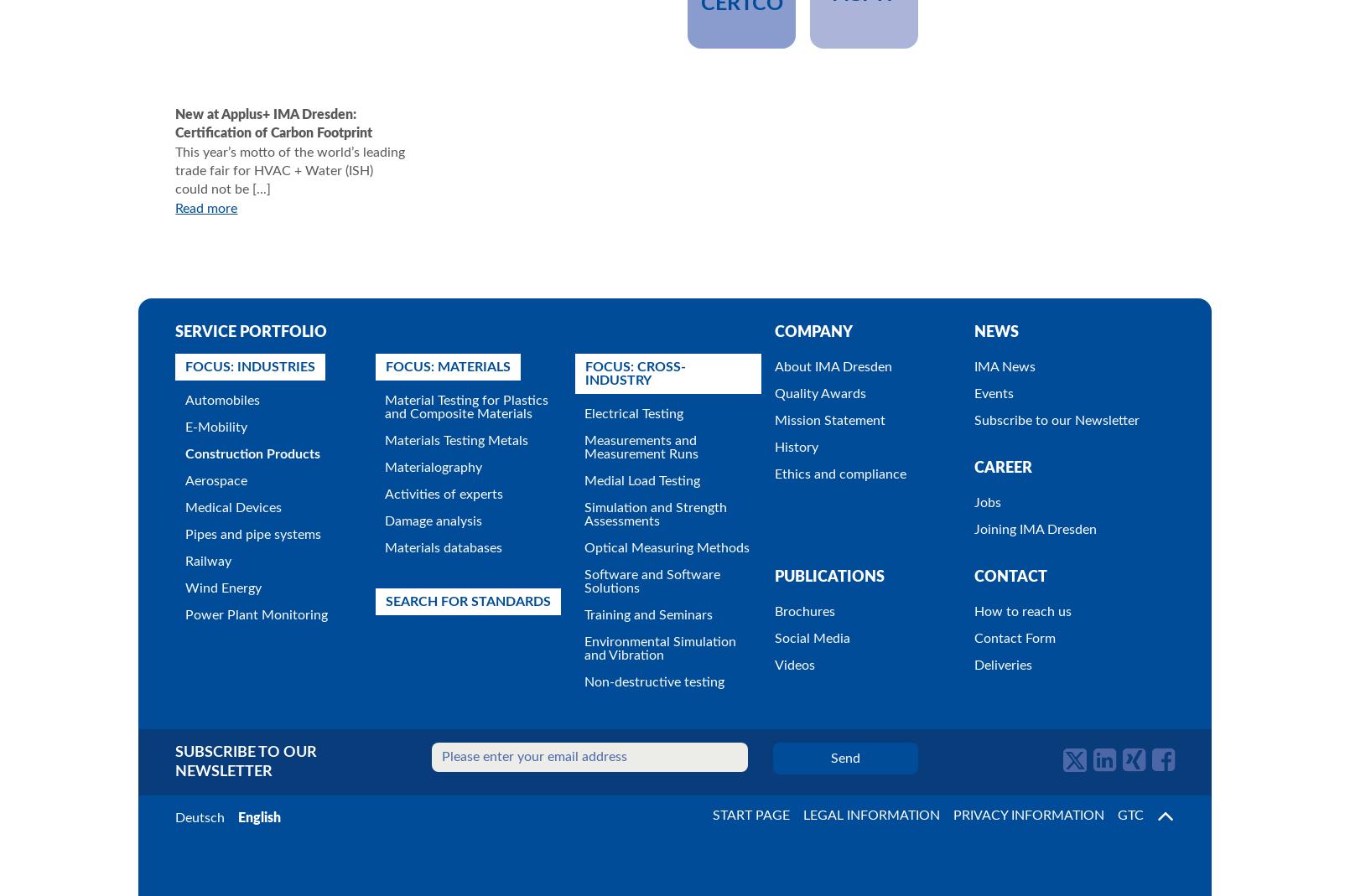 The image size is (1350, 896). I want to click on 'Jobs', so click(974, 501).